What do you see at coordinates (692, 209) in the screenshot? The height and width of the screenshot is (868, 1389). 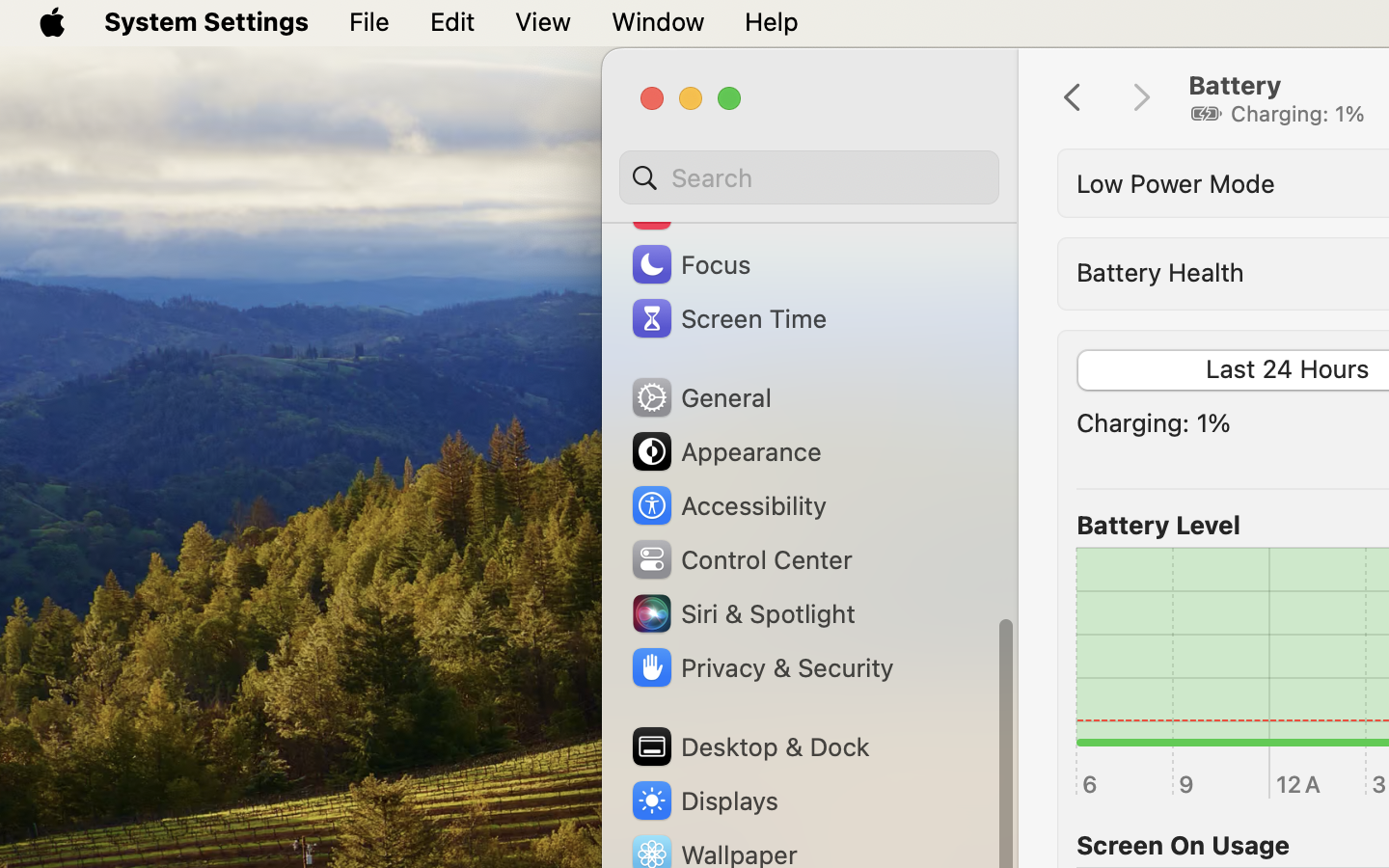 I see `'Sound'` at bounding box center [692, 209].